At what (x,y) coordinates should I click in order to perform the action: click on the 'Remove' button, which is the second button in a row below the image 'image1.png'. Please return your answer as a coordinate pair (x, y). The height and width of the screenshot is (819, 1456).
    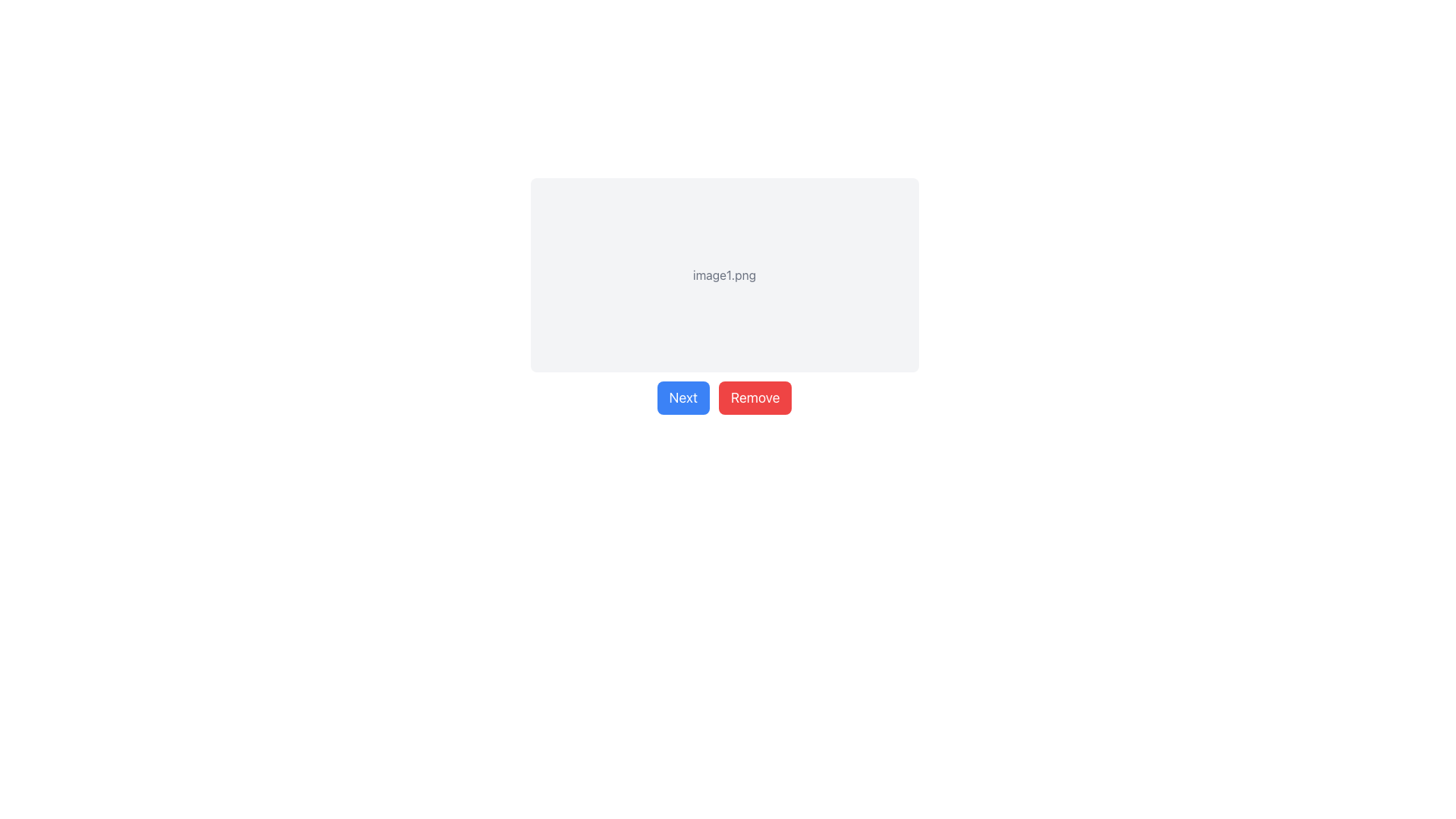
    Looking at the image, I should click on (755, 397).